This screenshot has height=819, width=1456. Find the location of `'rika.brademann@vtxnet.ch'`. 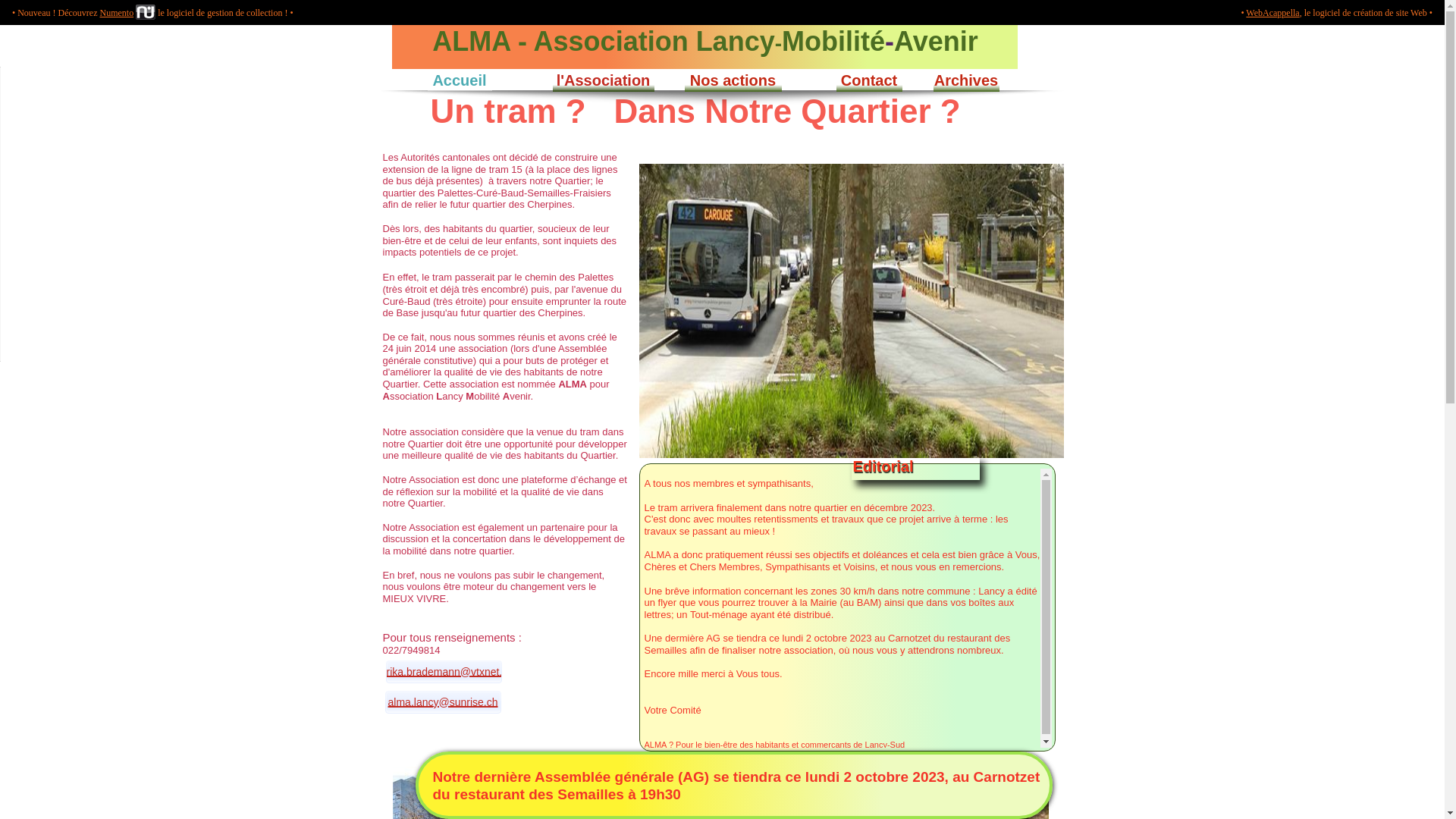

'rika.brademann@vtxnet.ch' is located at coordinates (385, 671).